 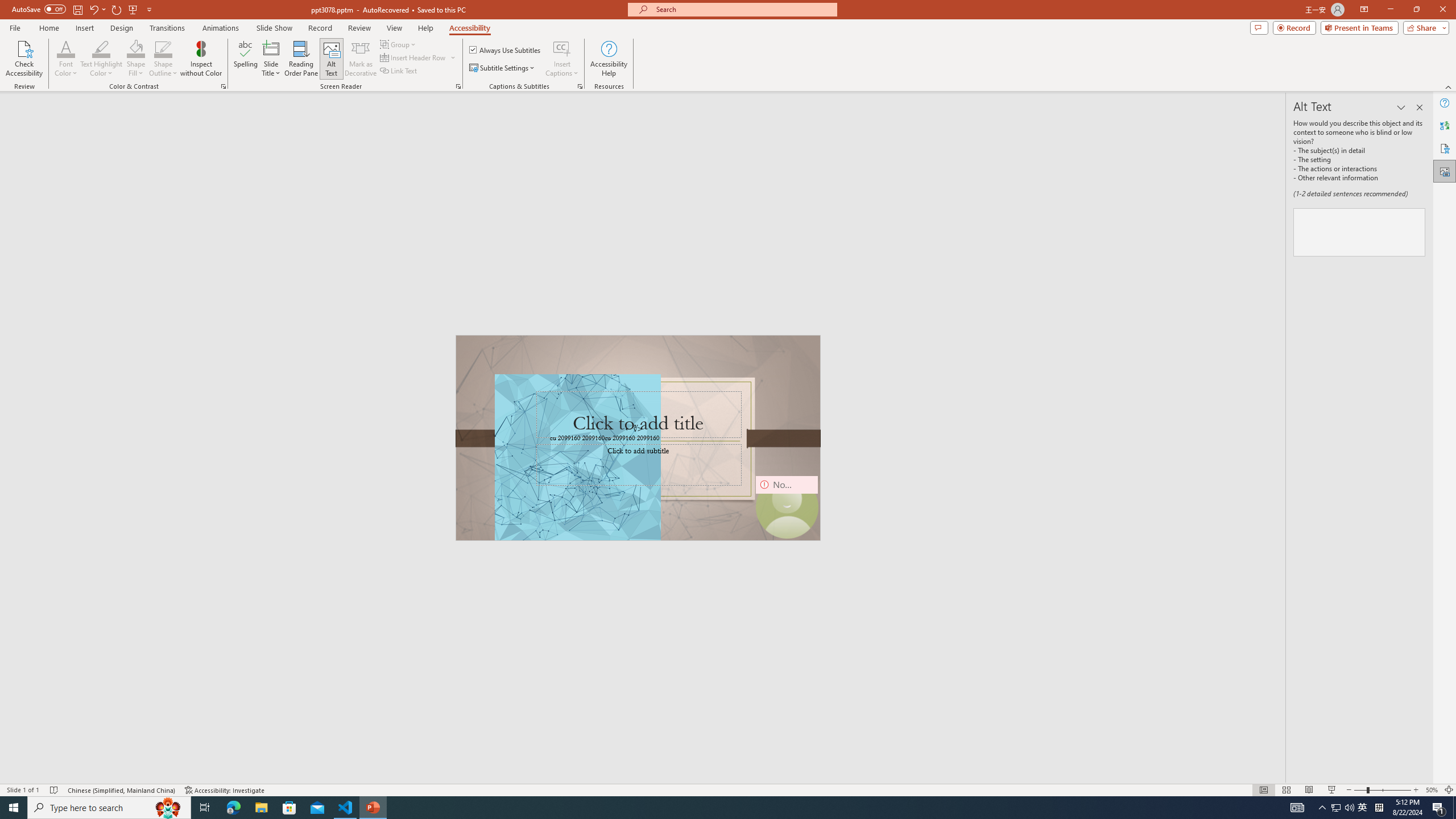 I want to click on 'Shape Fill', so click(x=136, y=48).